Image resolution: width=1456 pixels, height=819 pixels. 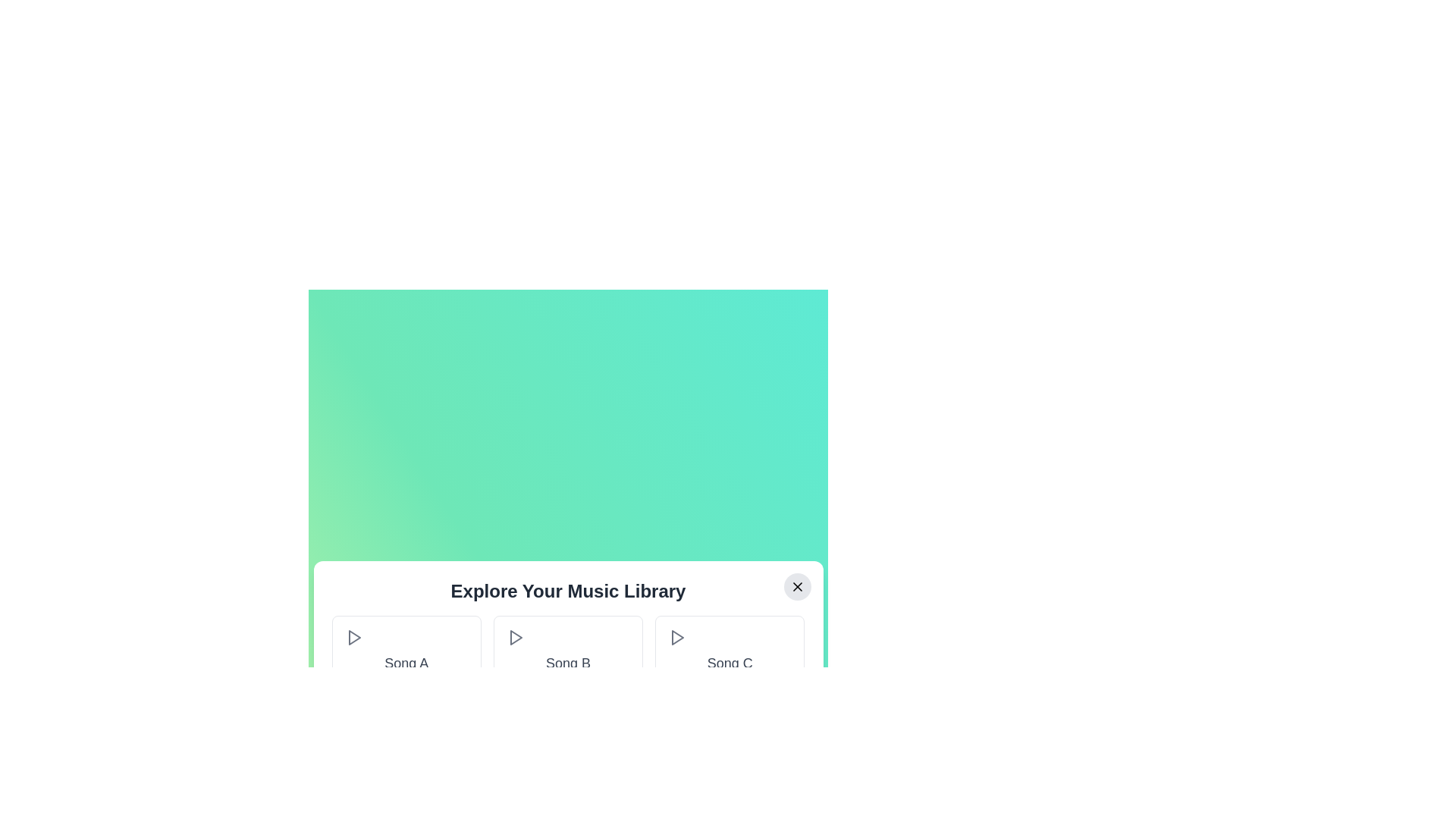 What do you see at coordinates (796, 586) in the screenshot?
I see `the close button to dismiss the dialog` at bounding box center [796, 586].